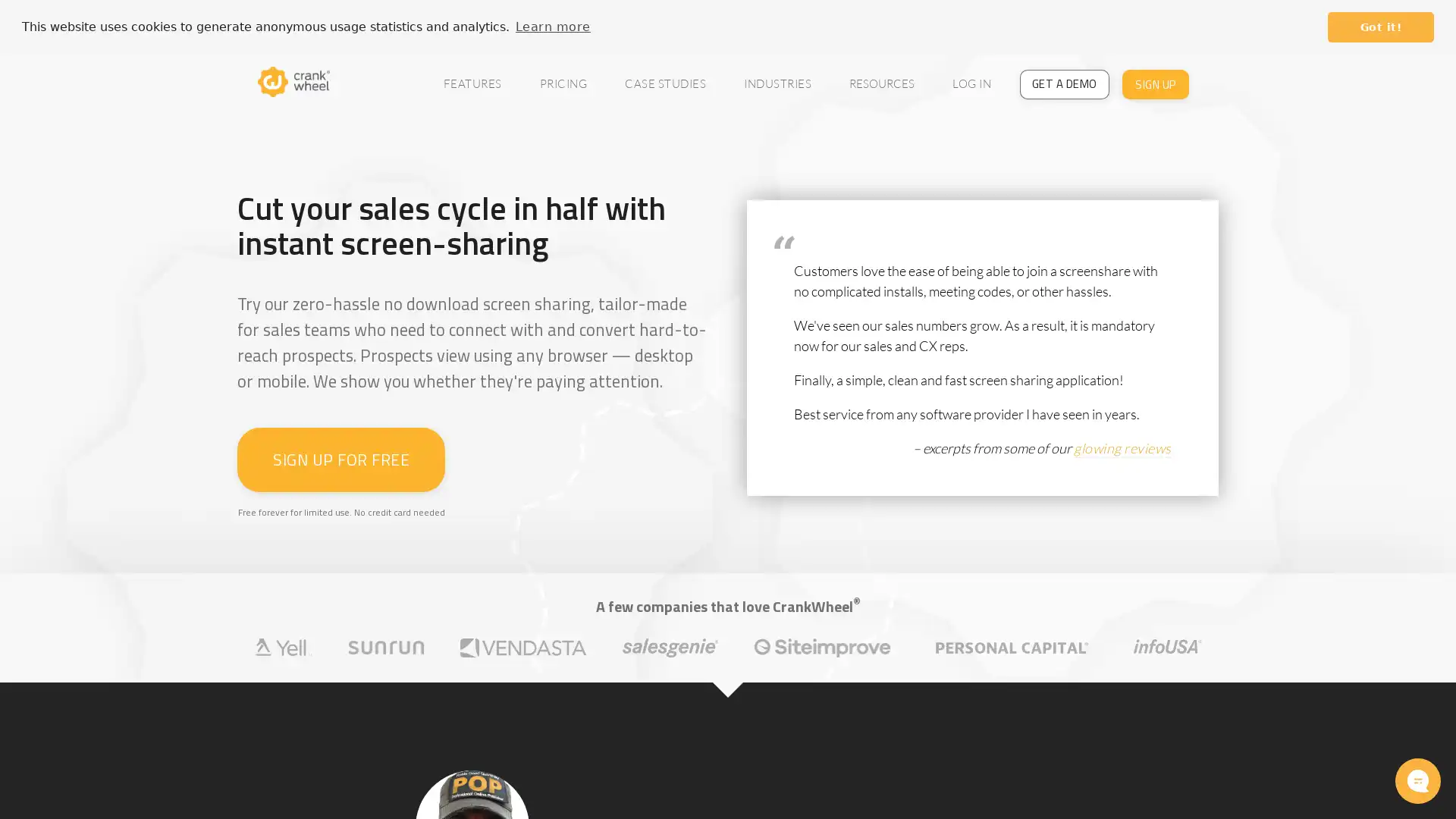 Image resolution: width=1456 pixels, height=819 pixels. I want to click on learn more about cookies, so click(552, 26).